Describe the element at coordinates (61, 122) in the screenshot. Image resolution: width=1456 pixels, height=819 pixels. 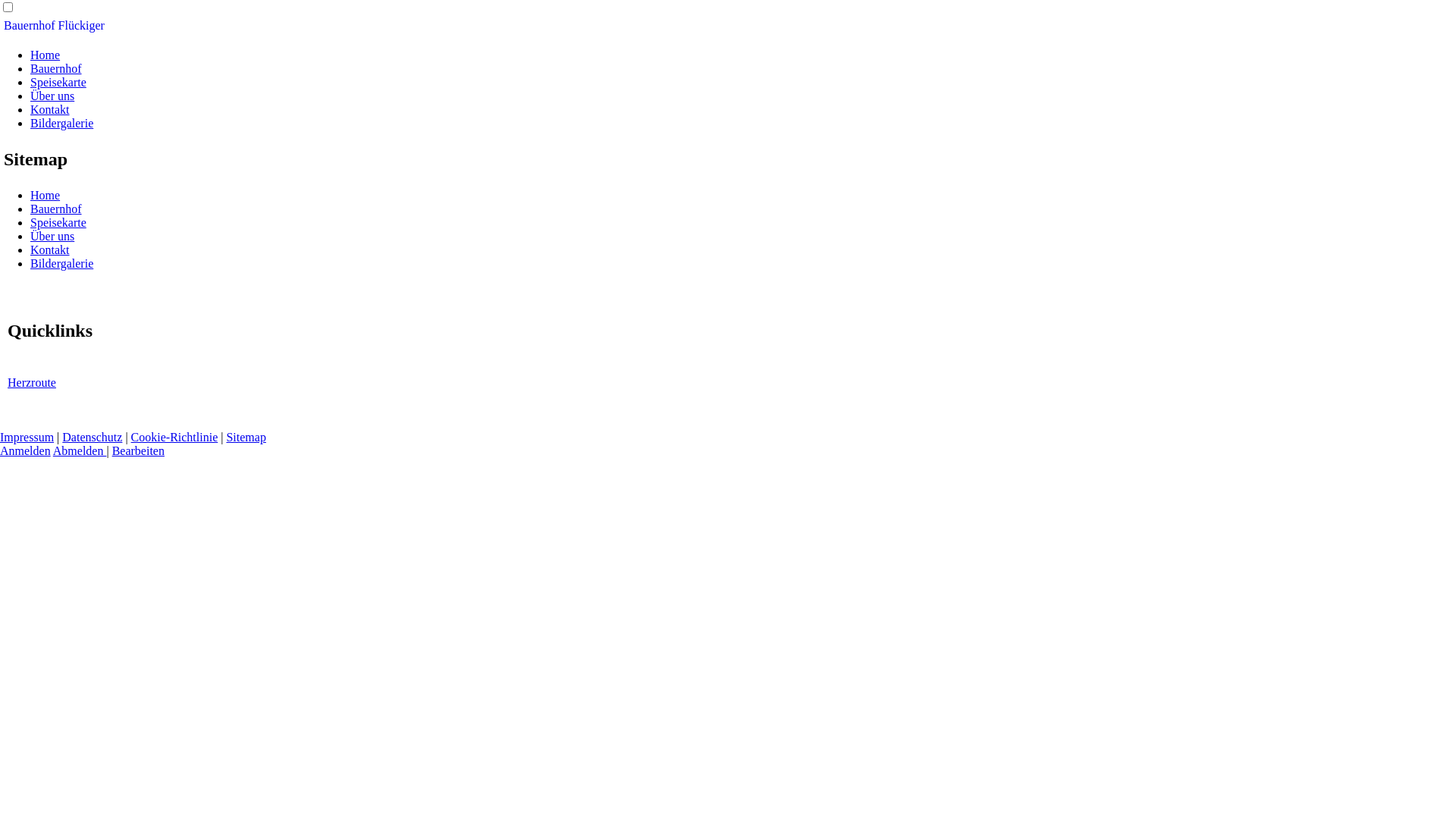
I see `'Bildergalerie'` at that location.